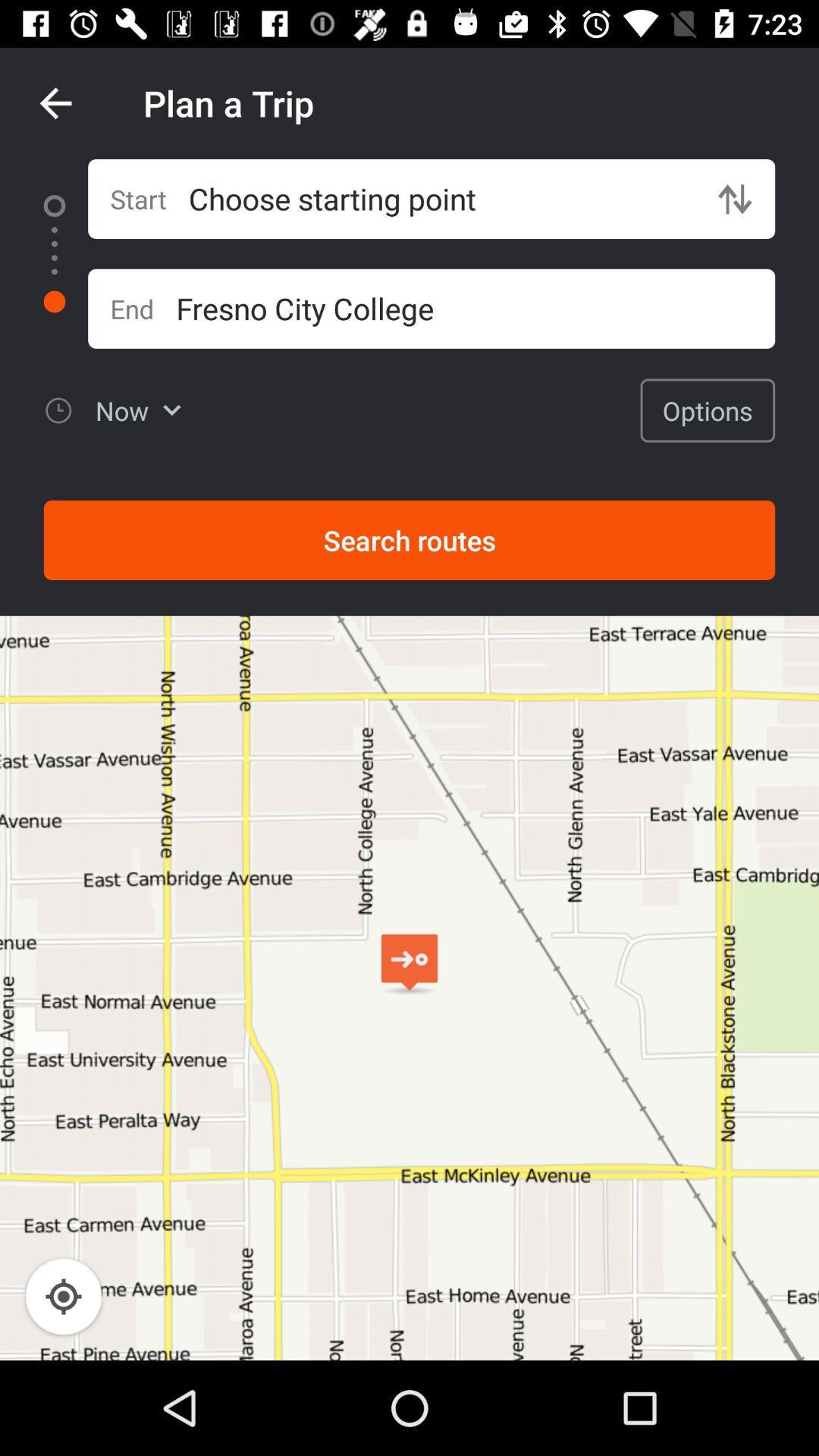  What do you see at coordinates (55, 102) in the screenshot?
I see `icon to the left of the plan a trip icon` at bounding box center [55, 102].